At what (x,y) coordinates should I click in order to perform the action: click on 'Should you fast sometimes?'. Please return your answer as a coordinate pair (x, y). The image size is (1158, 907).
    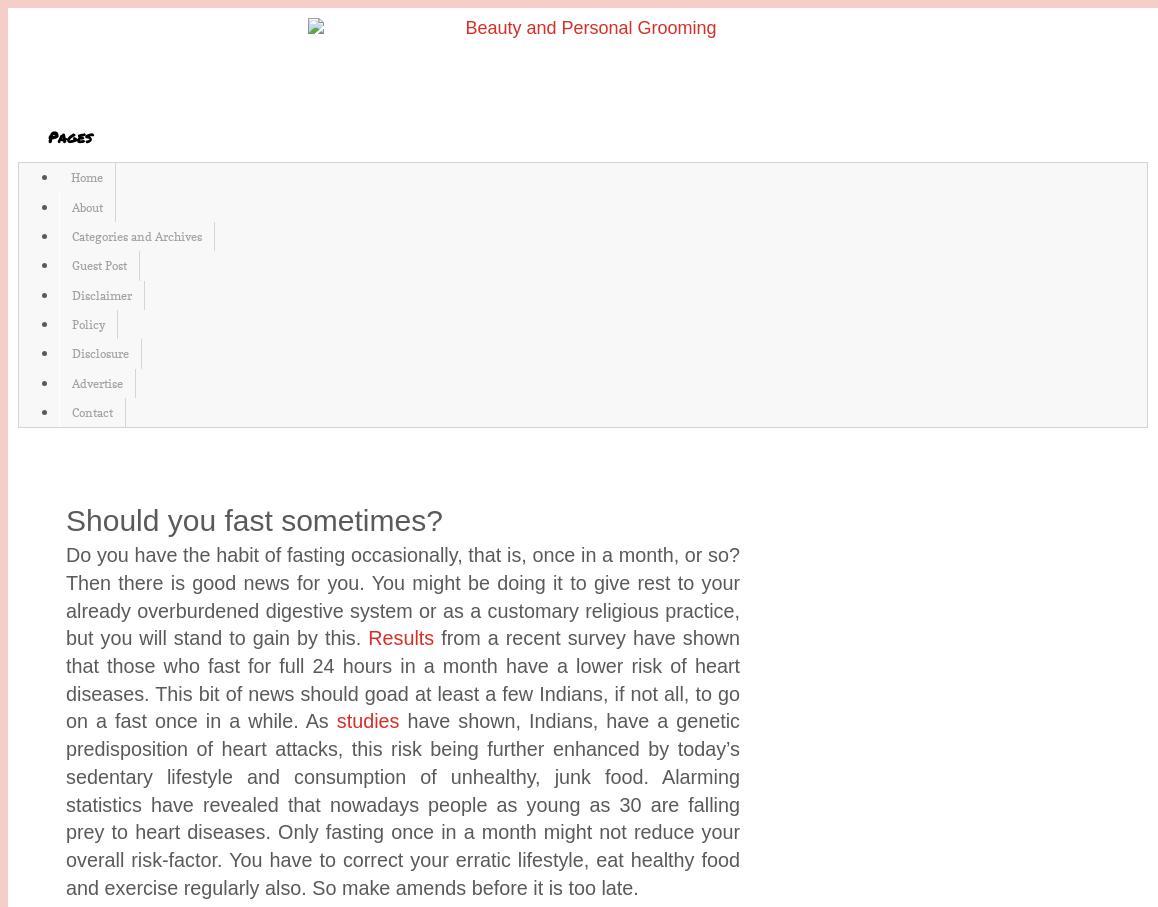
    Looking at the image, I should click on (252, 518).